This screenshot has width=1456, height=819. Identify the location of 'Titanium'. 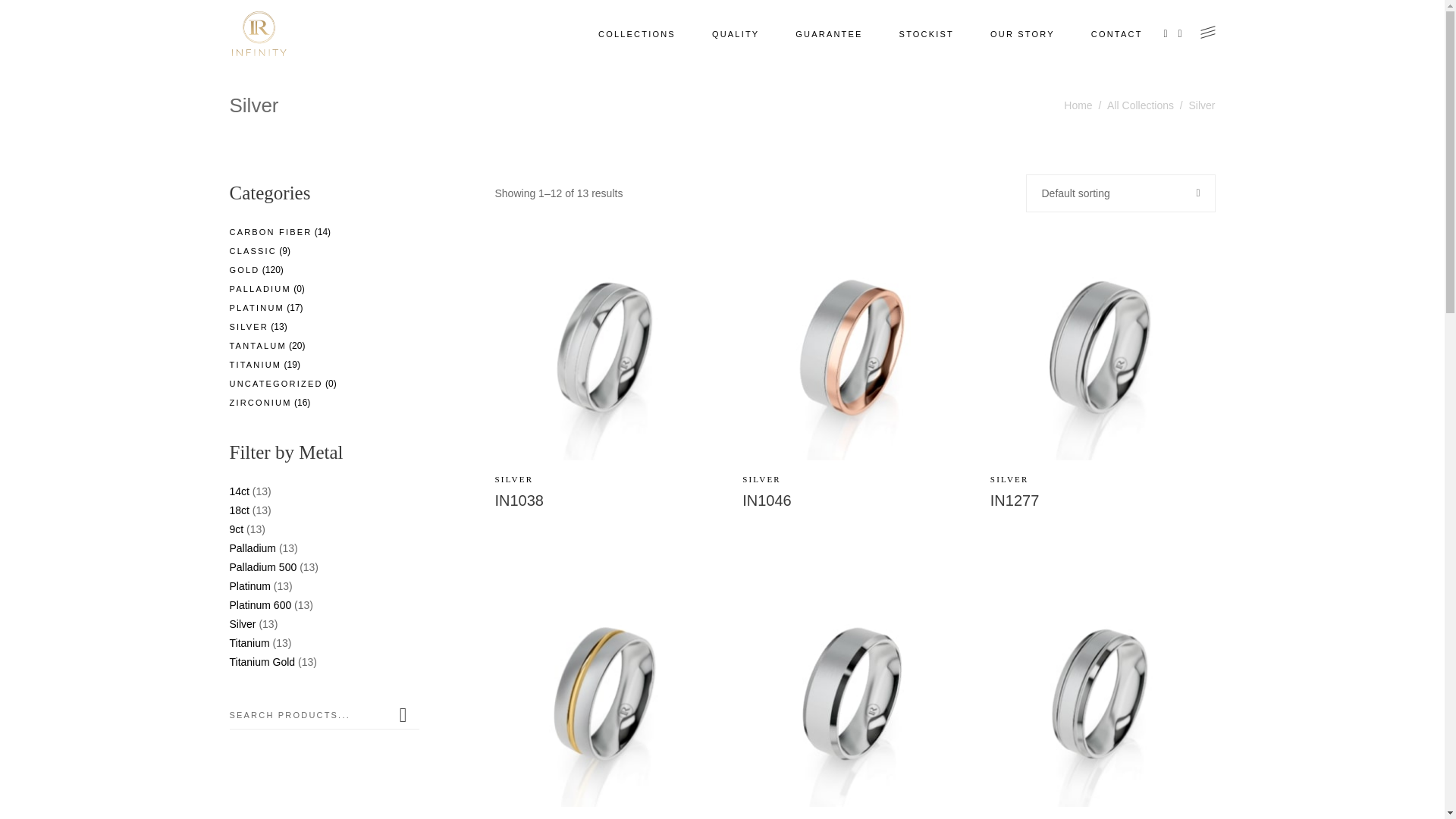
(249, 643).